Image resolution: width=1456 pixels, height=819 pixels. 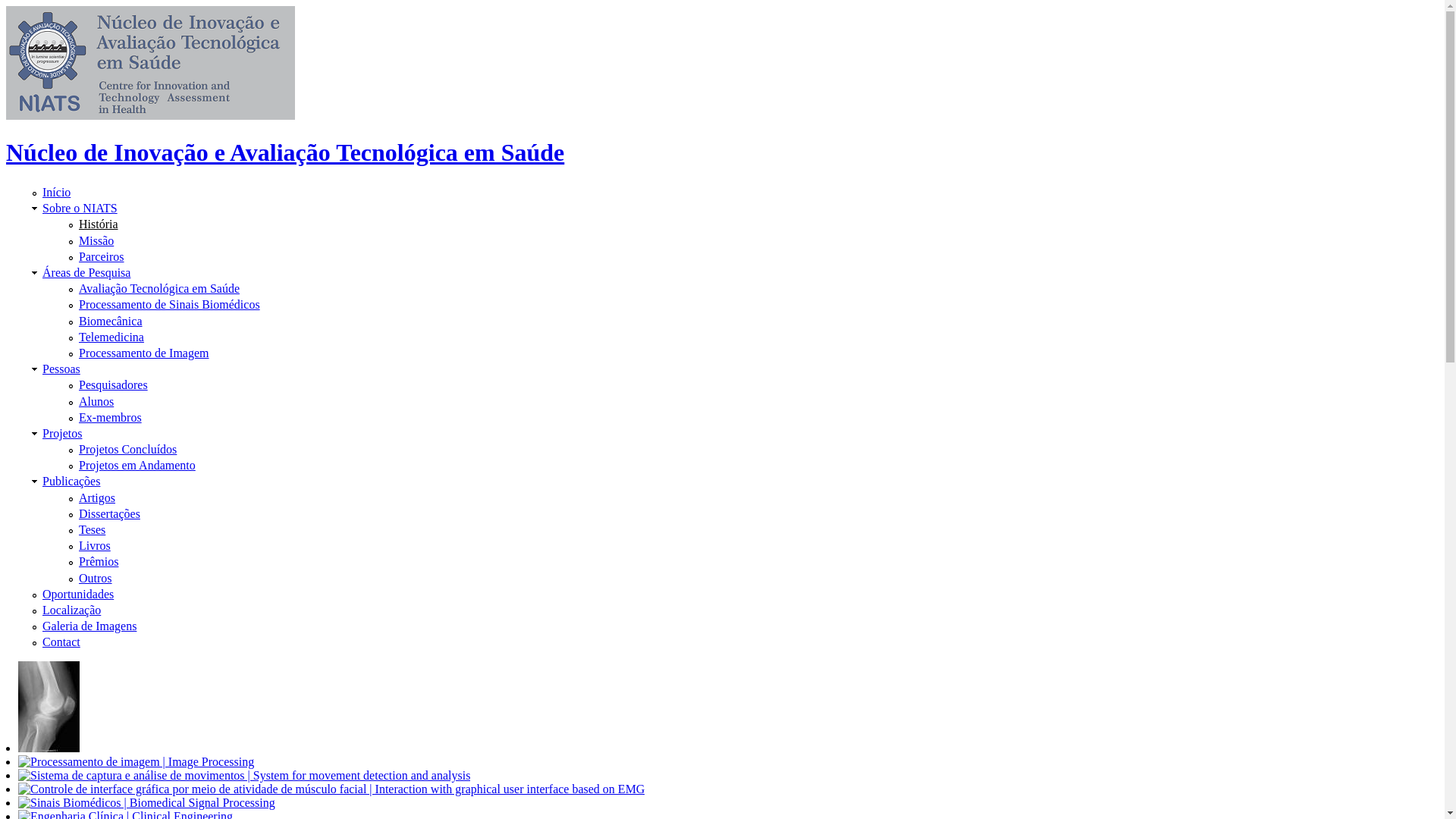 I want to click on 'Alunos', so click(x=95, y=400).